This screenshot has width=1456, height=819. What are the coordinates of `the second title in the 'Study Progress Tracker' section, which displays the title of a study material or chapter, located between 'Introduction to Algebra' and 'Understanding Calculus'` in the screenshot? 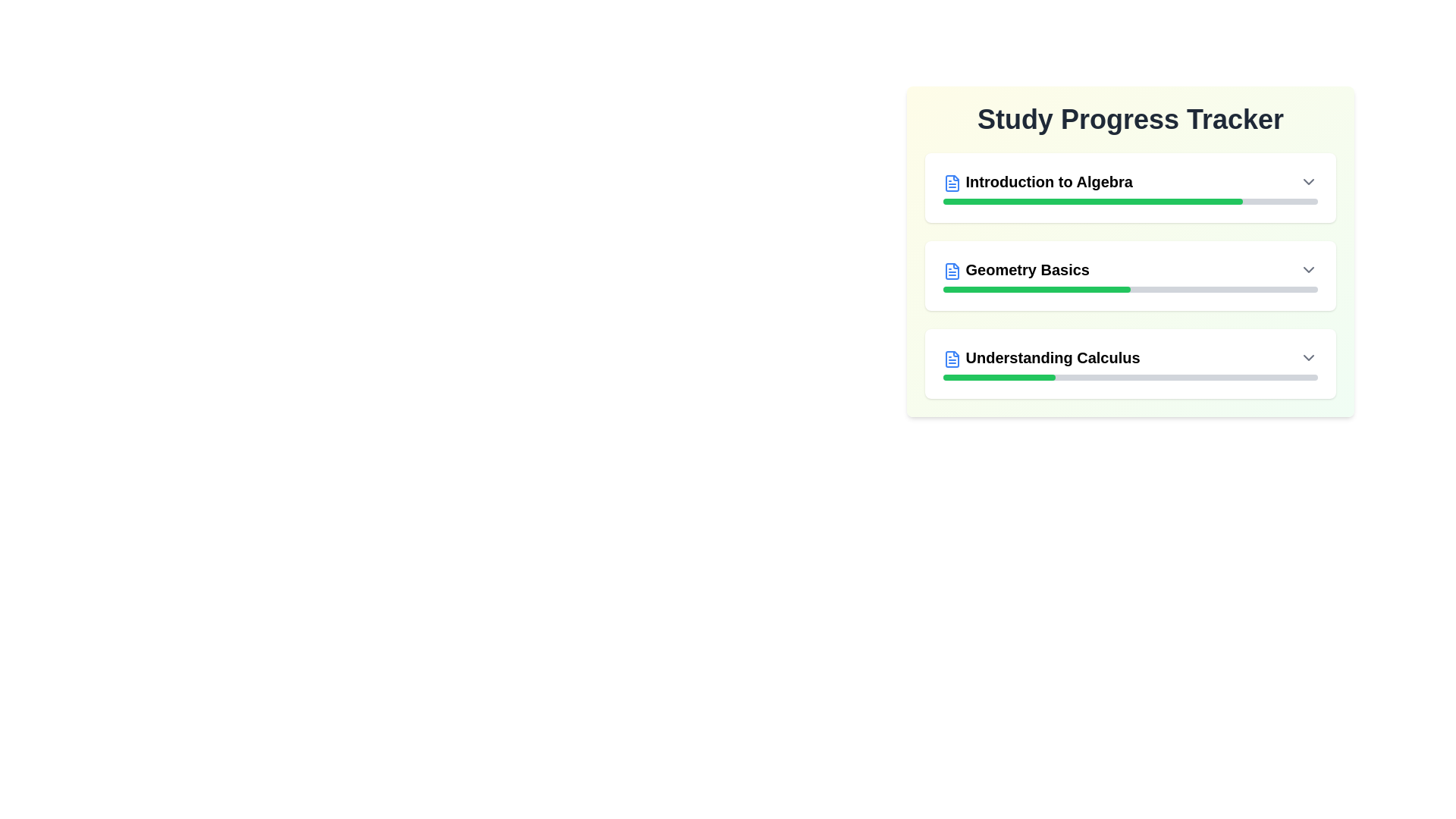 It's located at (1016, 268).